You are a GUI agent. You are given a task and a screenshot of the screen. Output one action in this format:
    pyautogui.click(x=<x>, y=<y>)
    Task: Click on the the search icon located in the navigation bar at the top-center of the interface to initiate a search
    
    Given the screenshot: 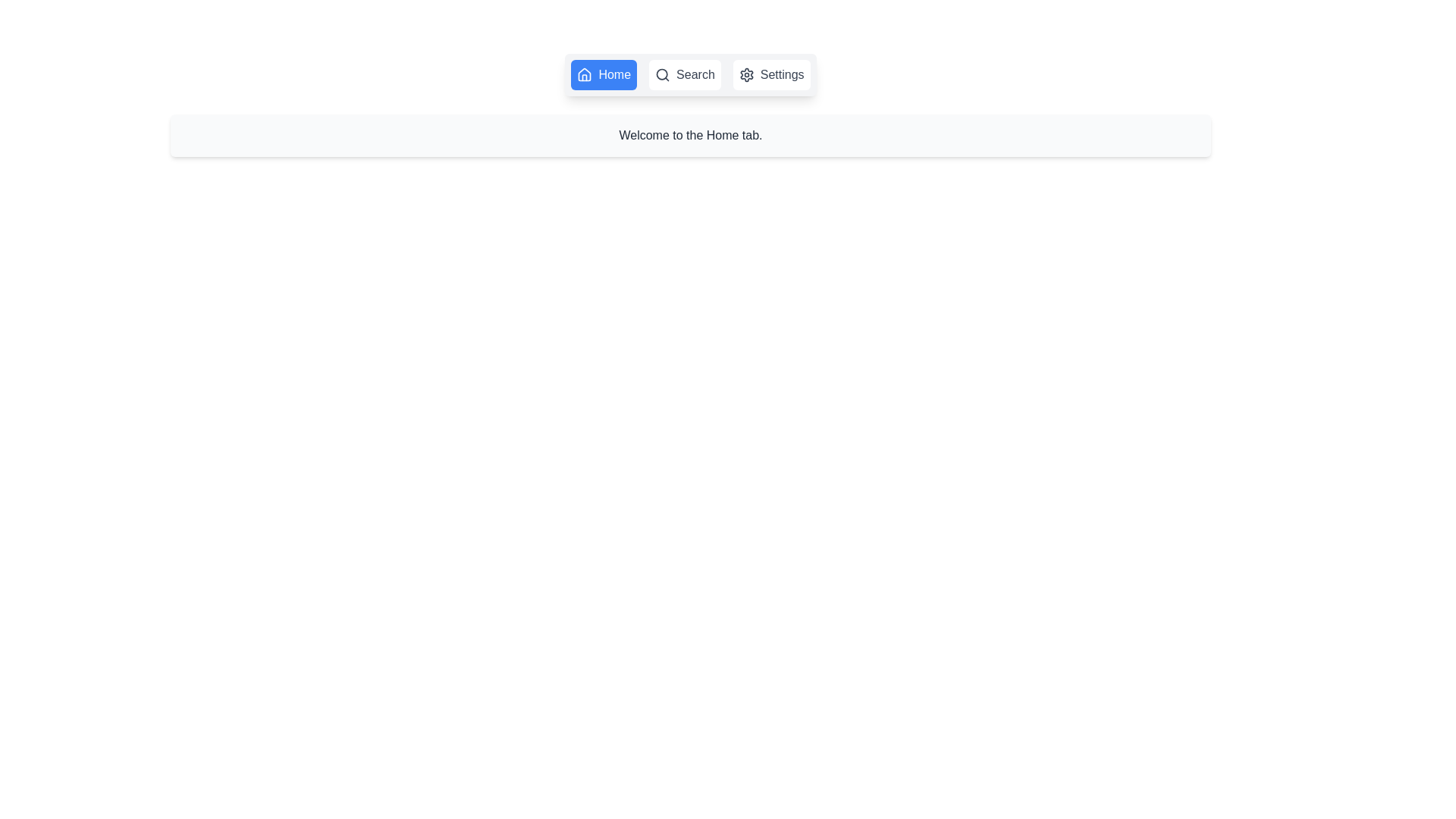 What is the action you would take?
    pyautogui.click(x=662, y=75)
    